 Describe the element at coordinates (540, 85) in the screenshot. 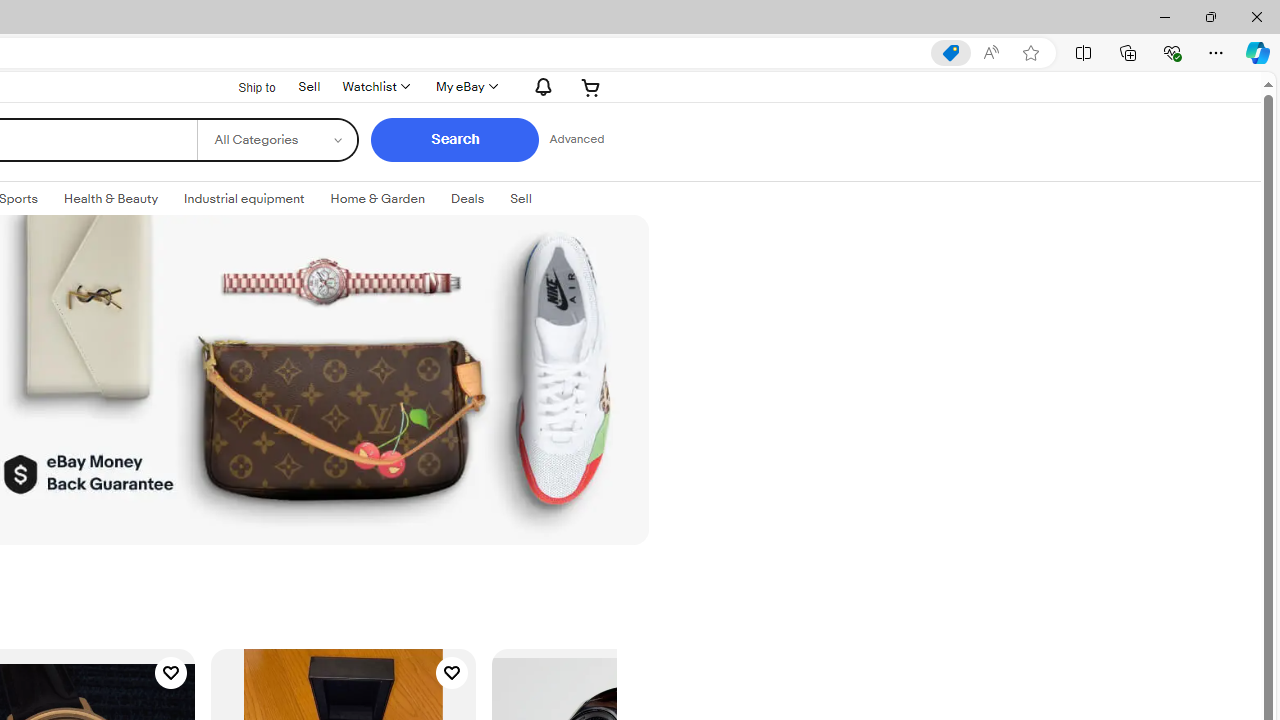

I see `'AutomationID: gh-eb-Alerts'` at that location.